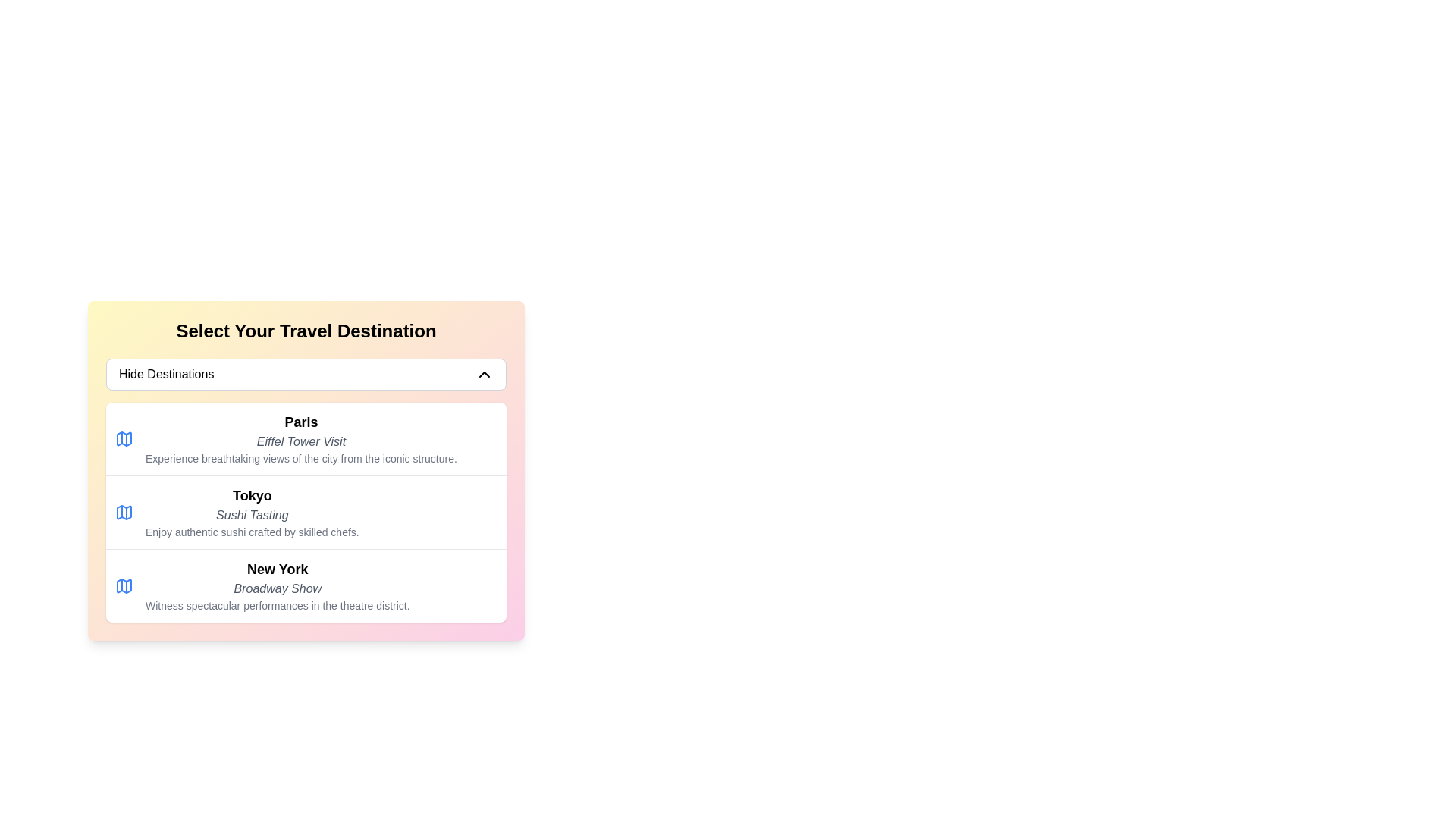  I want to click on the map icon element styled with a blue outline, which is located on the left side of the row associated with 'Tokyo Sushi Tasting', so click(124, 512).